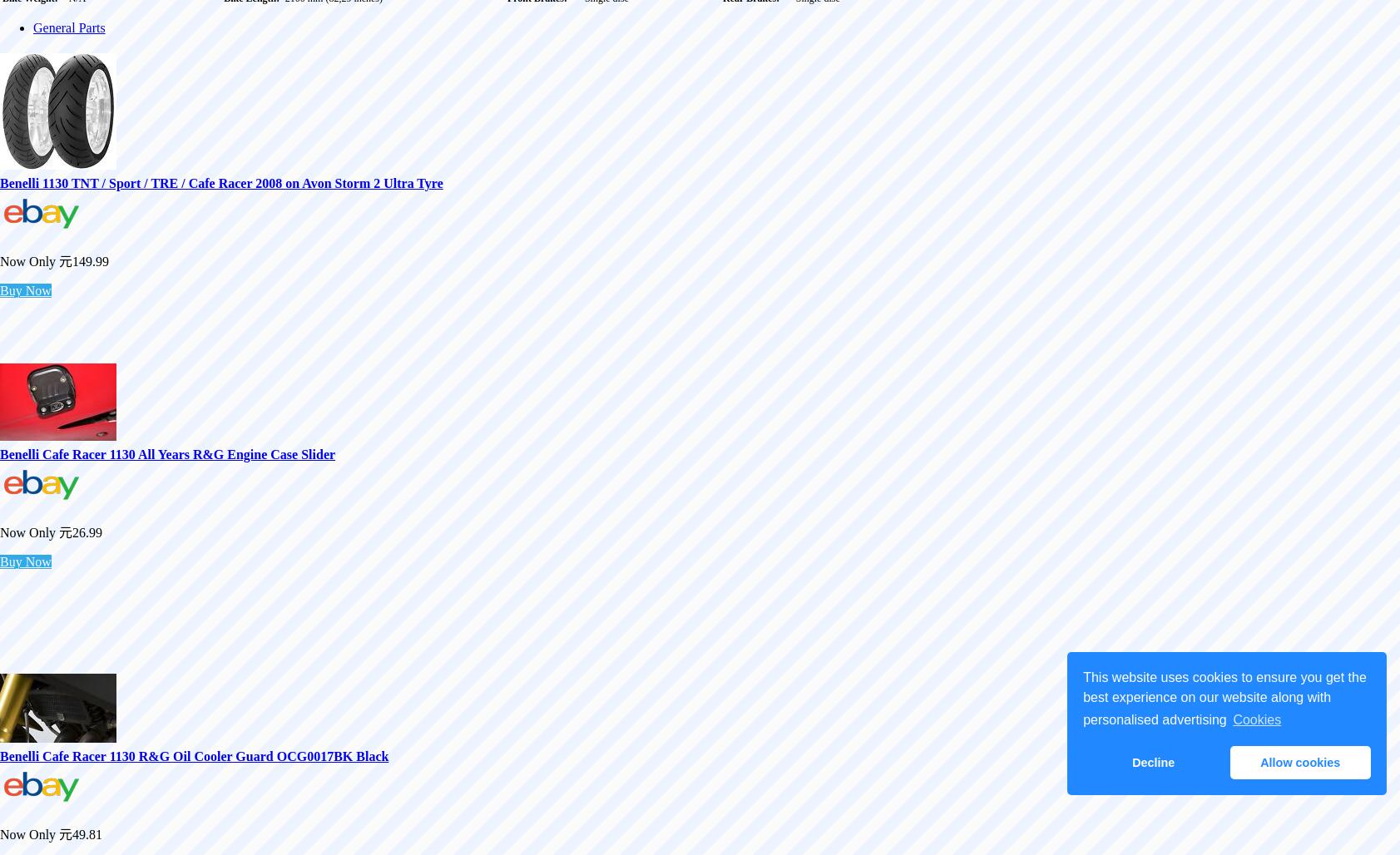 This screenshot has height=855, width=1400. What do you see at coordinates (1233, 719) in the screenshot?
I see `'Cookies'` at bounding box center [1233, 719].